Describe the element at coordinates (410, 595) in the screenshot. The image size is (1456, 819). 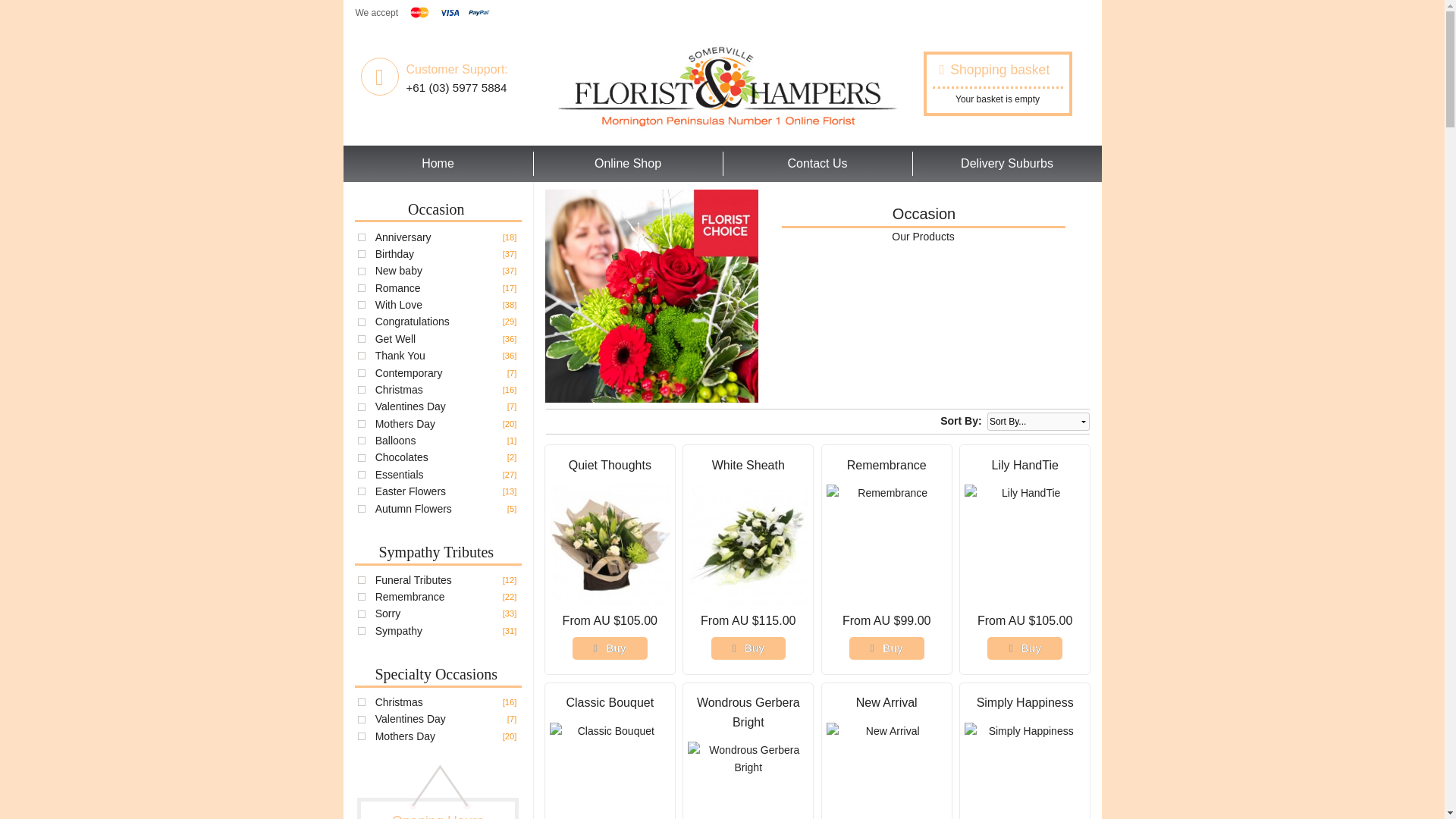
I see `'Remembrance` at that location.